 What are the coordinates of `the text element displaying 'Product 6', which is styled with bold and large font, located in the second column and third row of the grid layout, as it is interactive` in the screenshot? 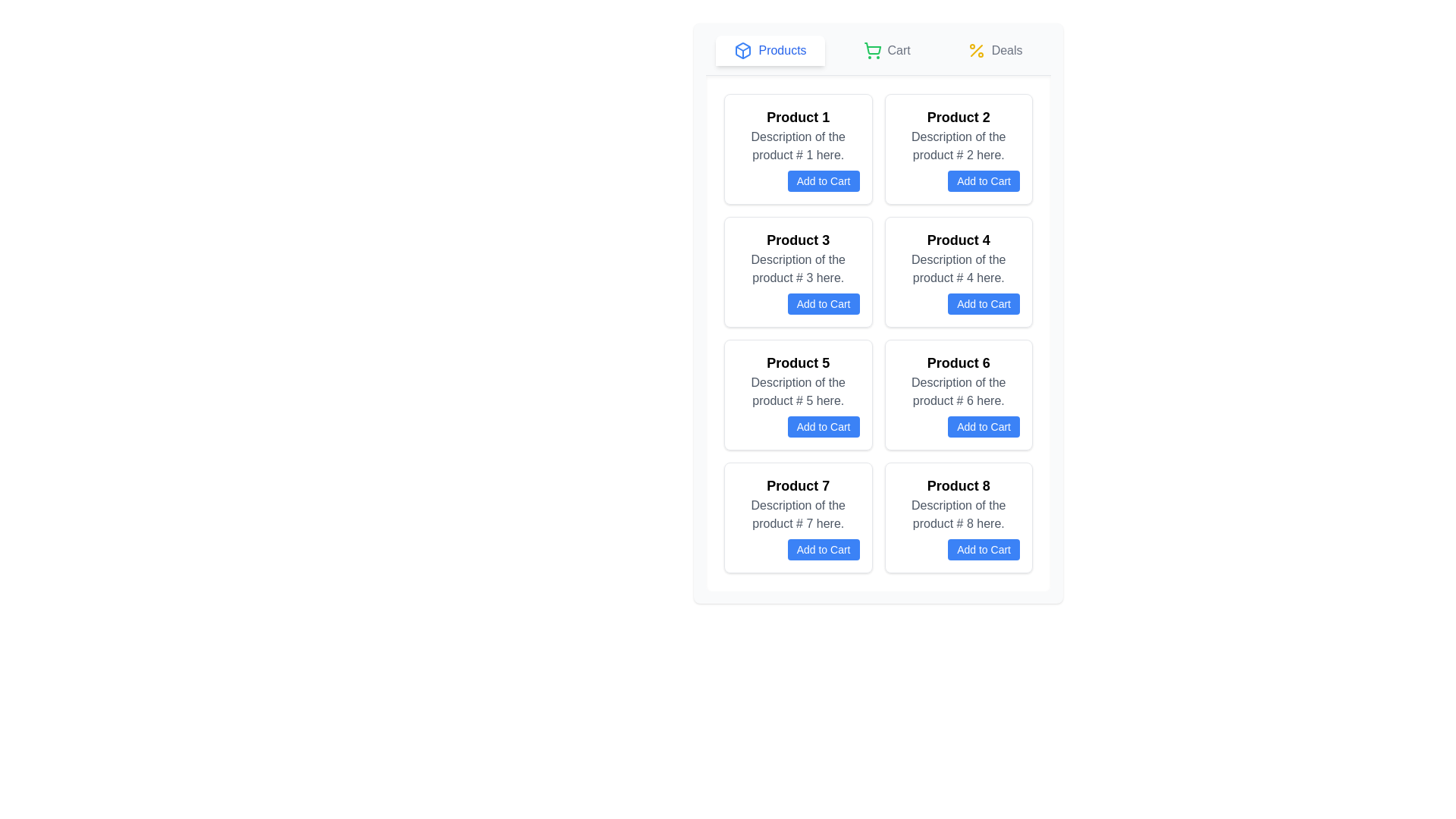 It's located at (958, 362).